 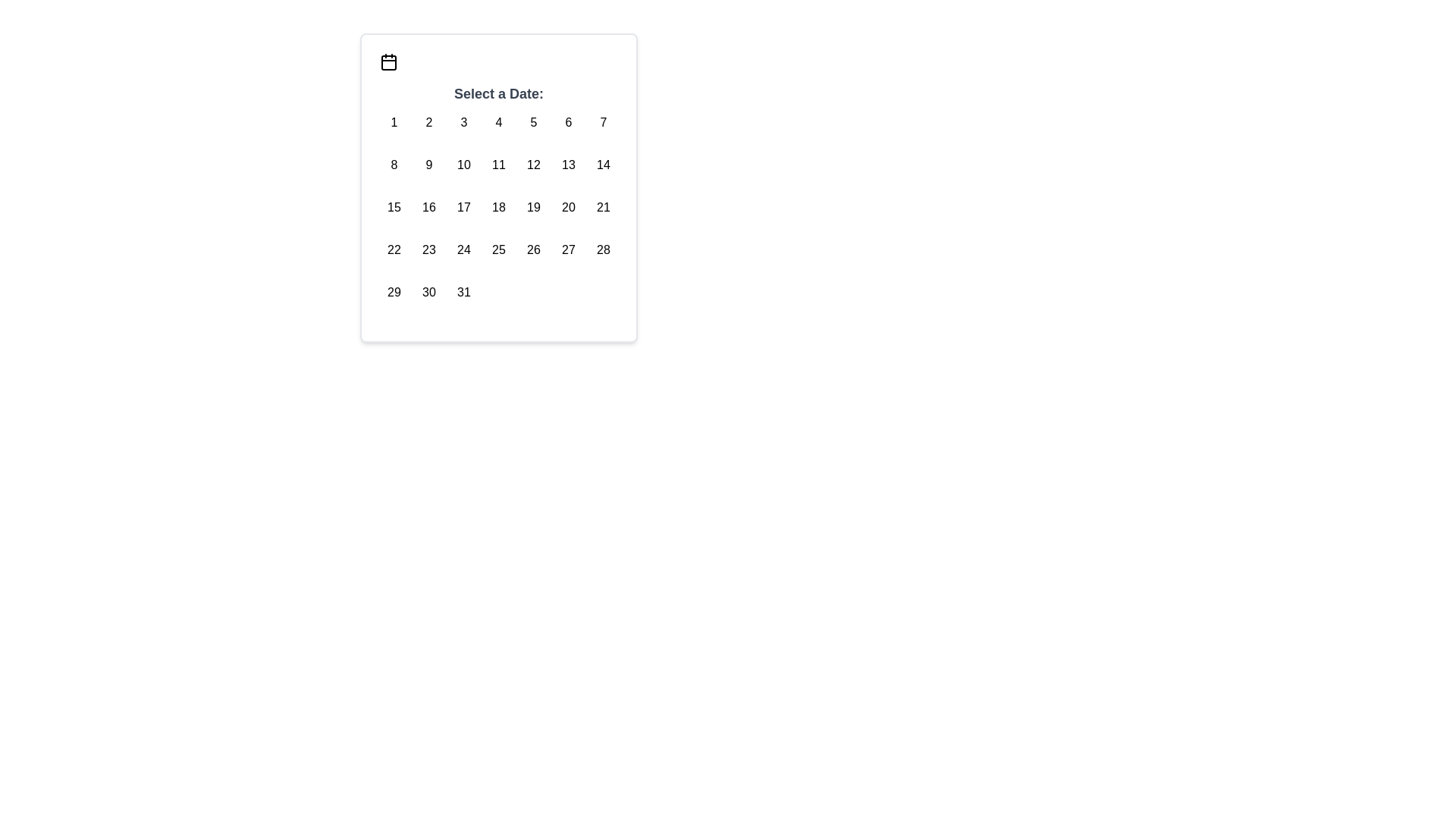 I want to click on the eleventh day button in the calendar interface, so click(x=498, y=165).